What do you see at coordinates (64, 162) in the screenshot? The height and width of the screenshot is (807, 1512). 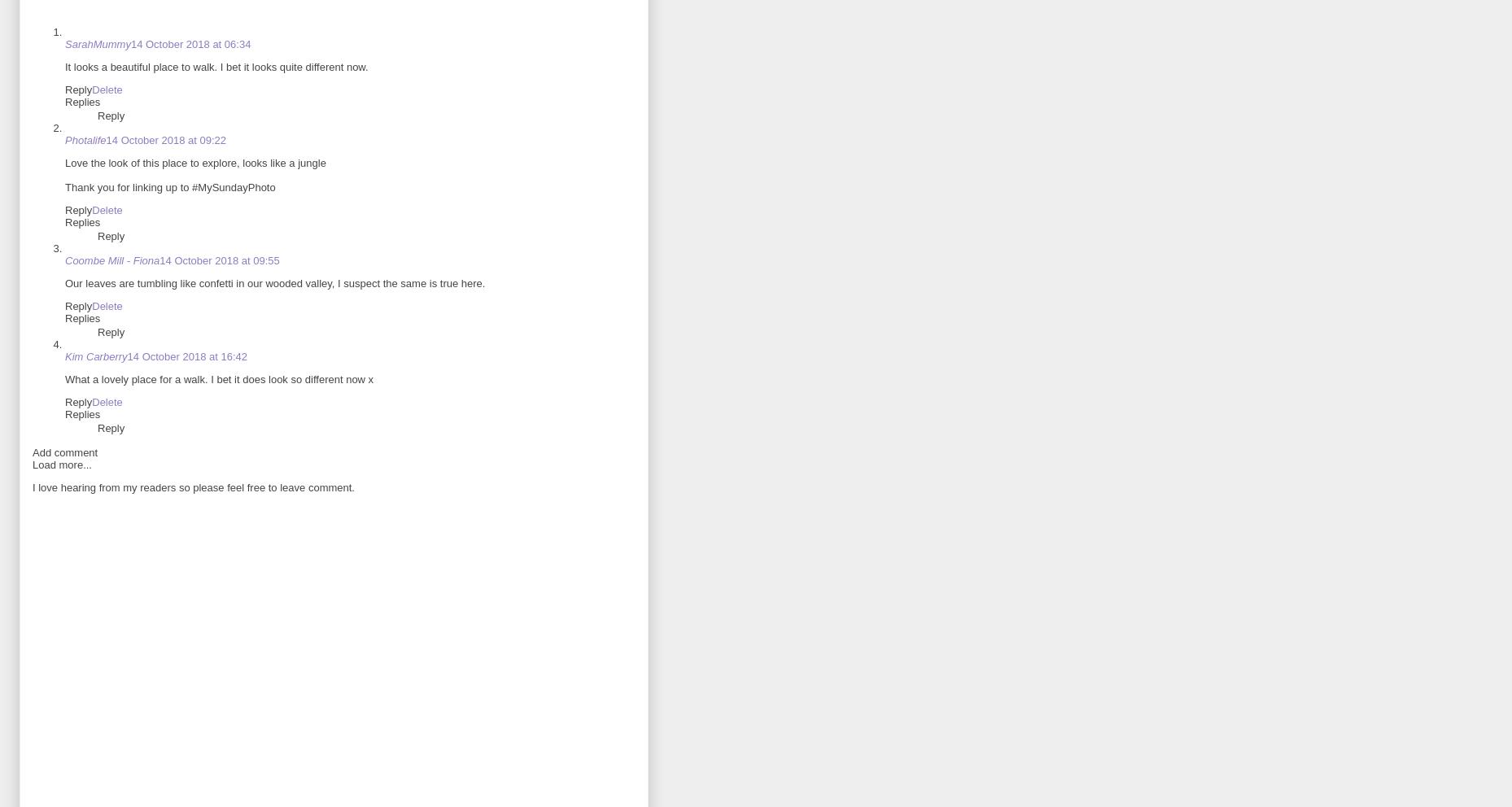 I see `'Love the look of this place to explore, looks like a jungle'` at bounding box center [64, 162].